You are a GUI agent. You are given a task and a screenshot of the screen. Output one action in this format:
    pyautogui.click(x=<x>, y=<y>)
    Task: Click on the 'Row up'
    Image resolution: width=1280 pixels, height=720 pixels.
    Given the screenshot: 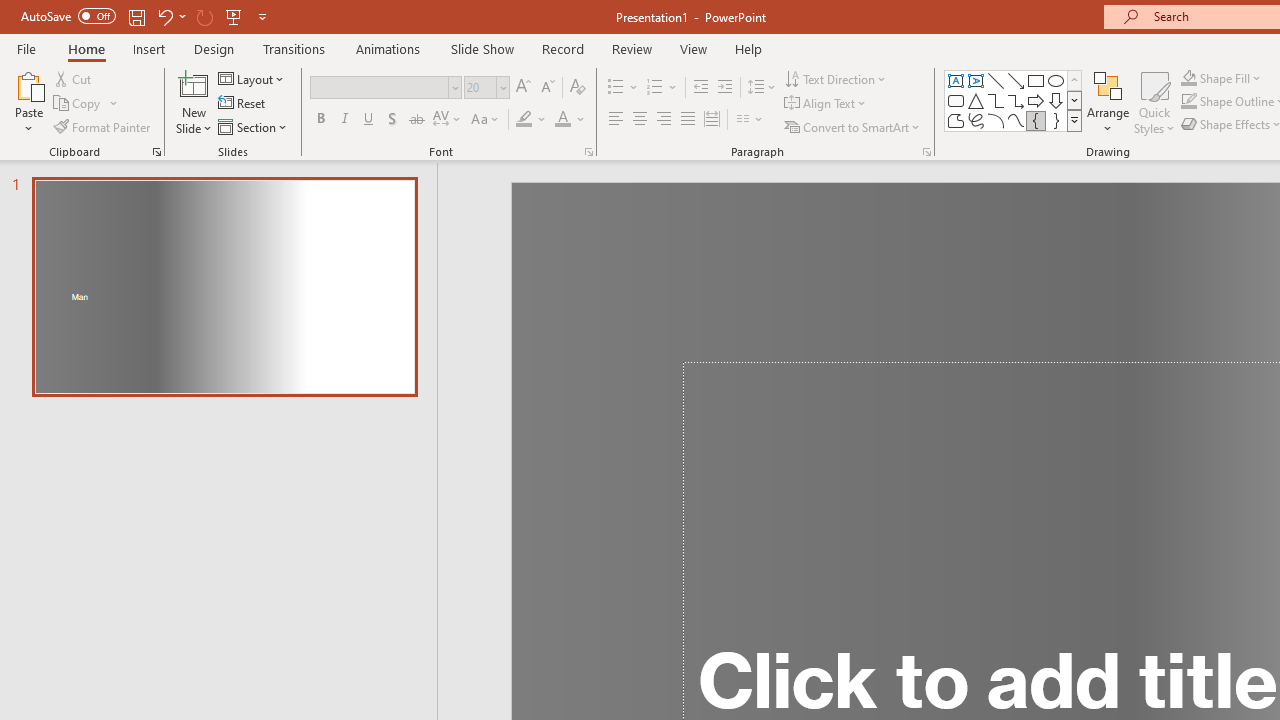 What is the action you would take?
    pyautogui.click(x=1073, y=79)
    